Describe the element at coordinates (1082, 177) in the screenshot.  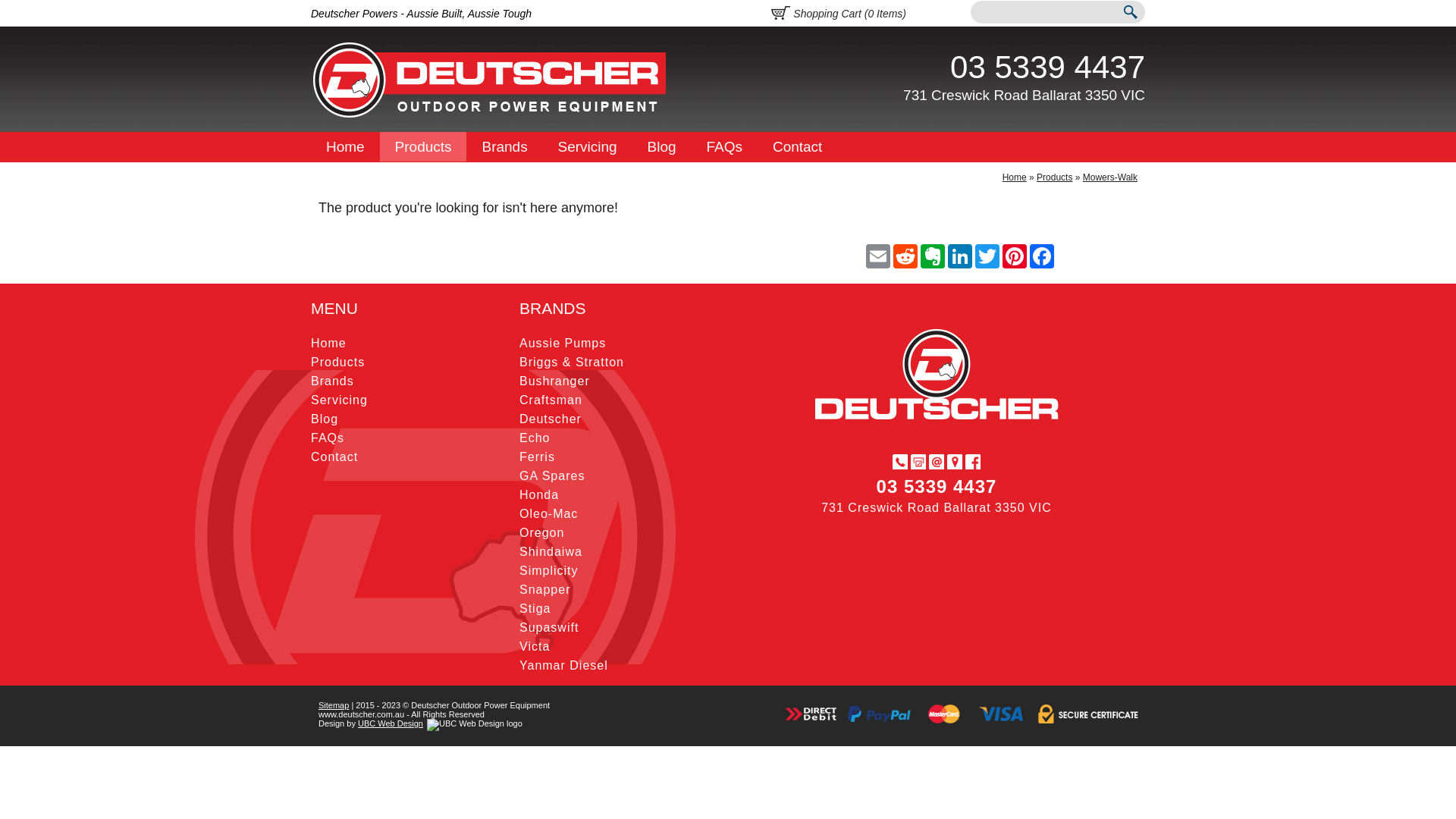
I see `'Mowers-Walk'` at that location.